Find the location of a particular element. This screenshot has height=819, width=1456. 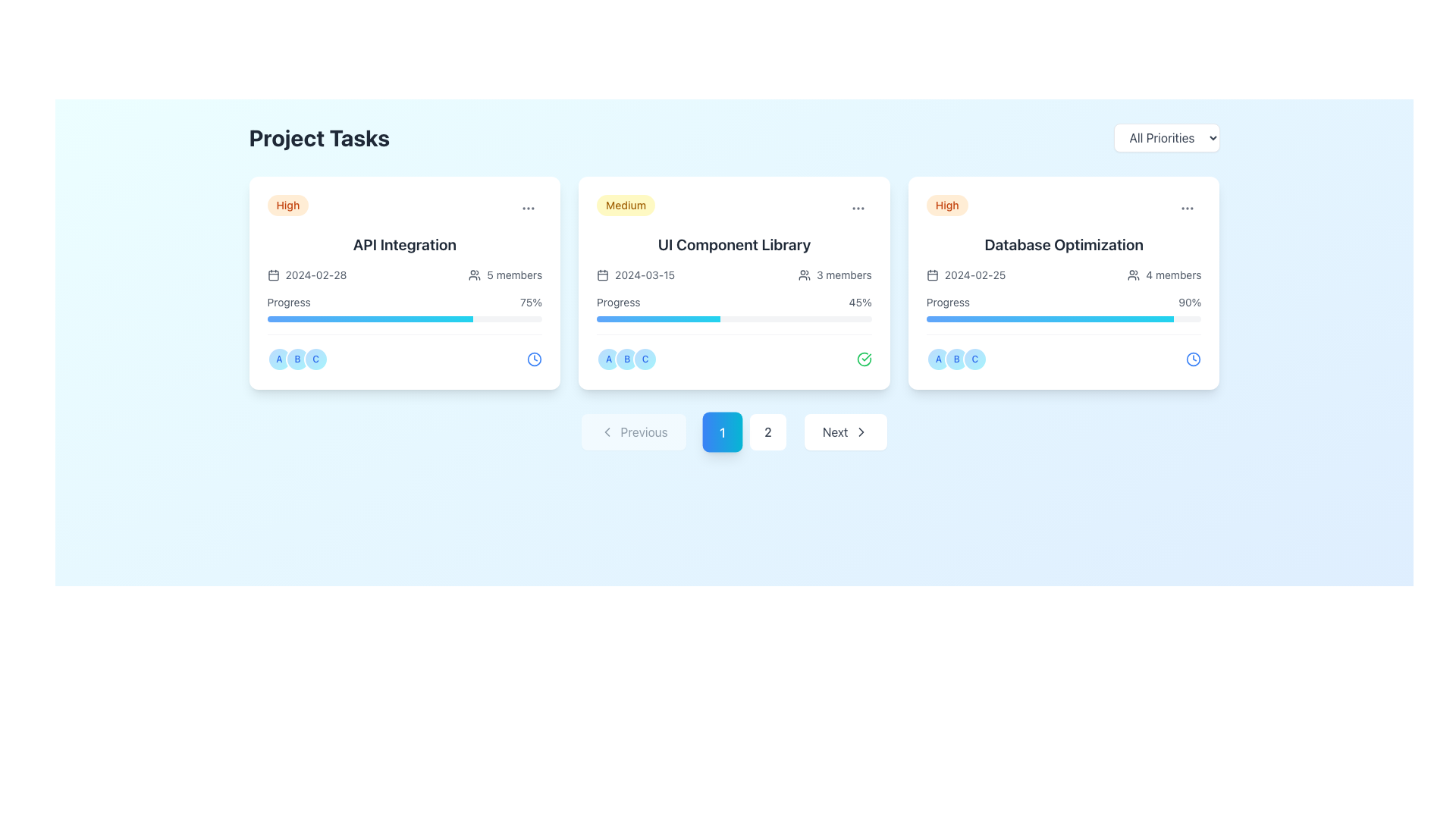

the informative text element that consists of a user icon on the left and the text '3 members' on the right, located in the middle card of a three-card layout, above the progress bar and calendar icon is located at coordinates (834, 275).